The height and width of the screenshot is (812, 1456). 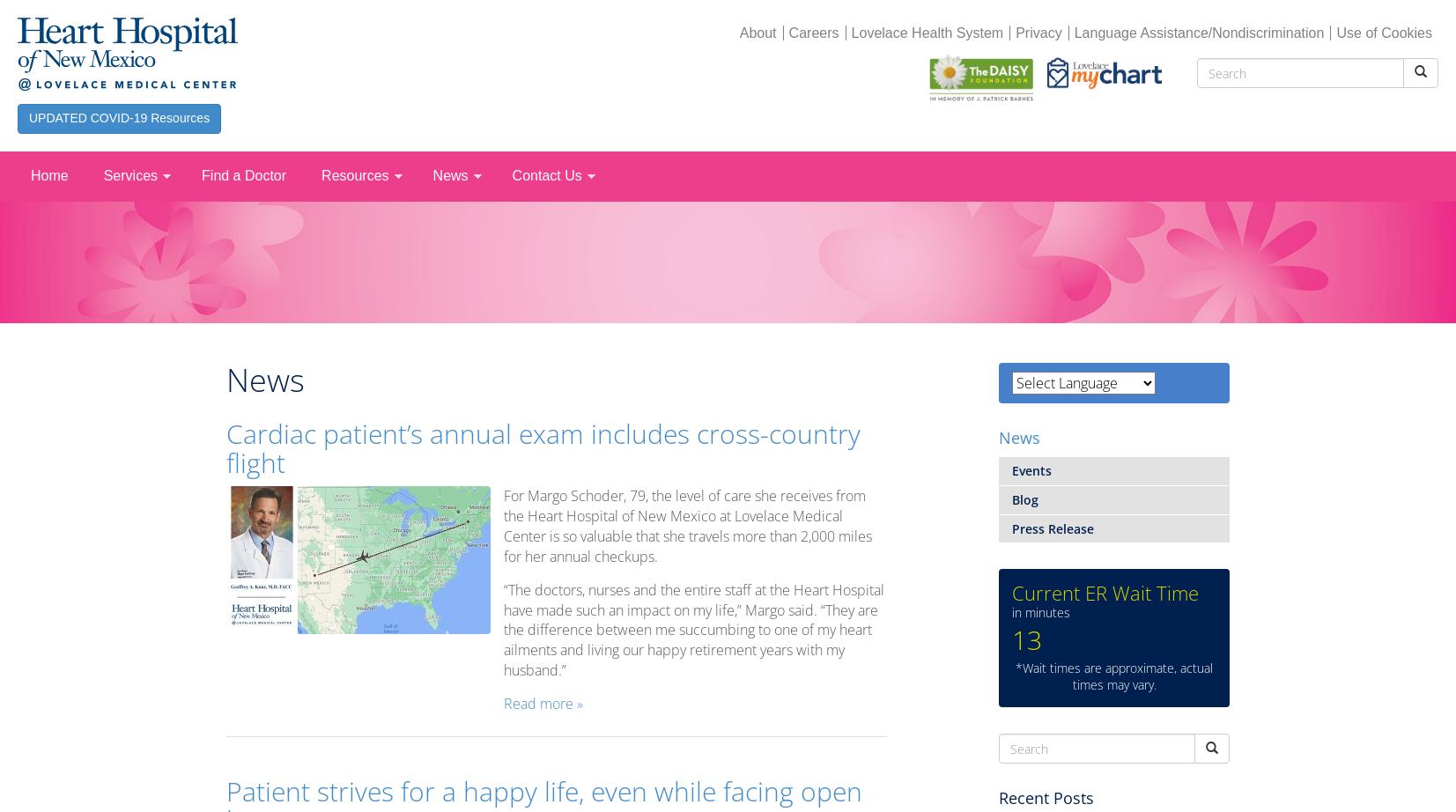 I want to click on 'Press Release', so click(x=1052, y=528).